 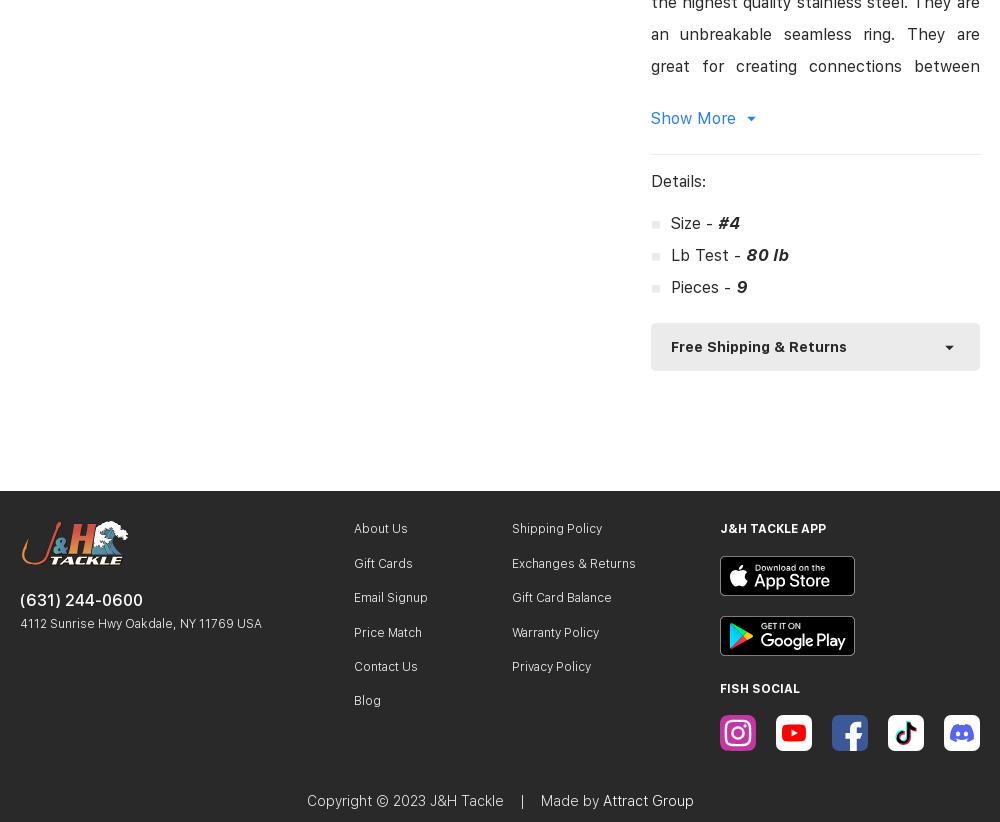 What do you see at coordinates (760, 686) in the screenshot?
I see `'Fish Social'` at bounding box center [760, 686].